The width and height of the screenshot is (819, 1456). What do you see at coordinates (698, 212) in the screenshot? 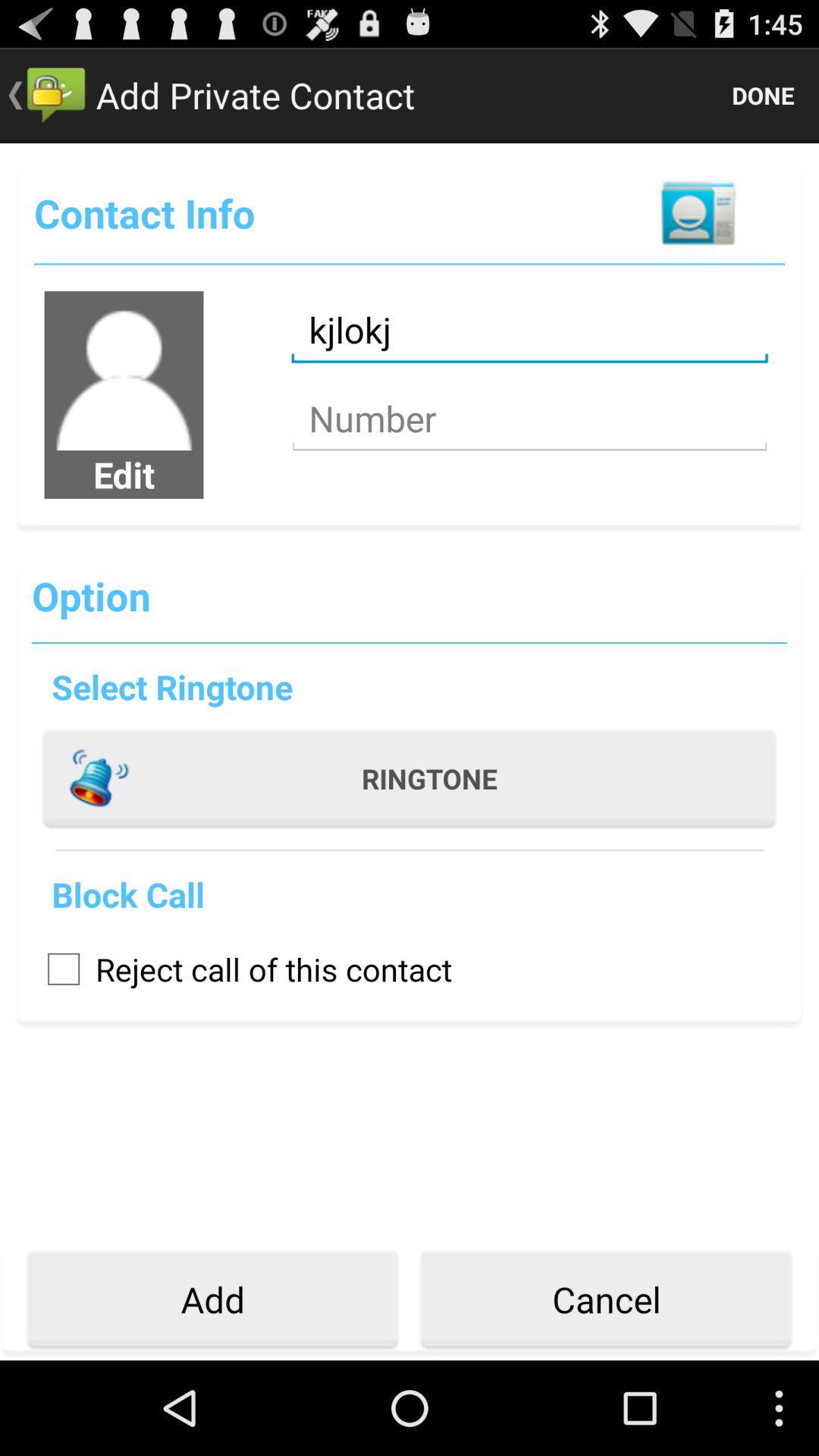
I see `contact button` at bounding box center [698, 212].